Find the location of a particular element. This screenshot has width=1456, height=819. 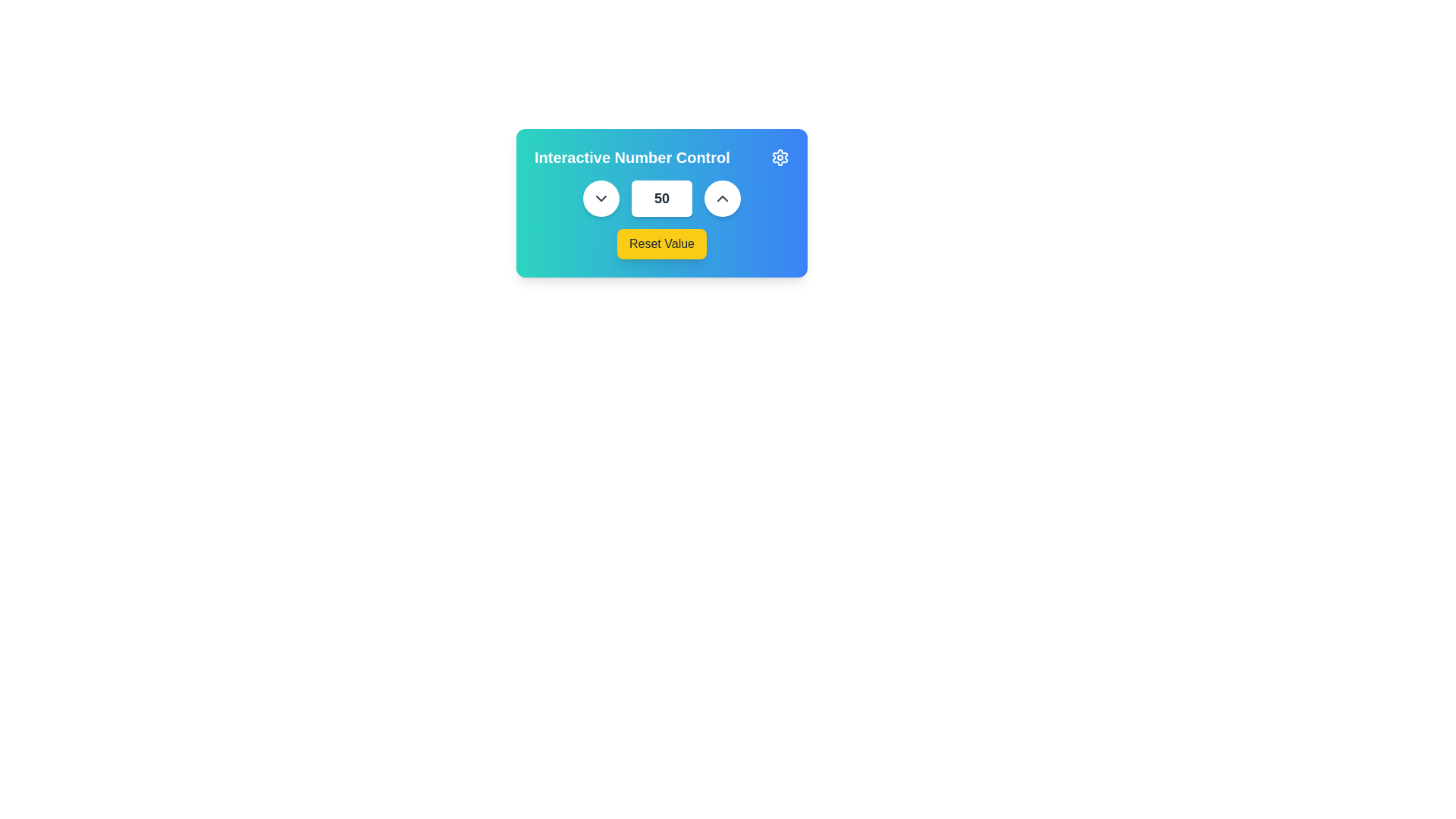

the chevron-up button styled with a dark gray color, located inside a white circular button in the upper-right section of the interface card is located at coordinates (722, 198).